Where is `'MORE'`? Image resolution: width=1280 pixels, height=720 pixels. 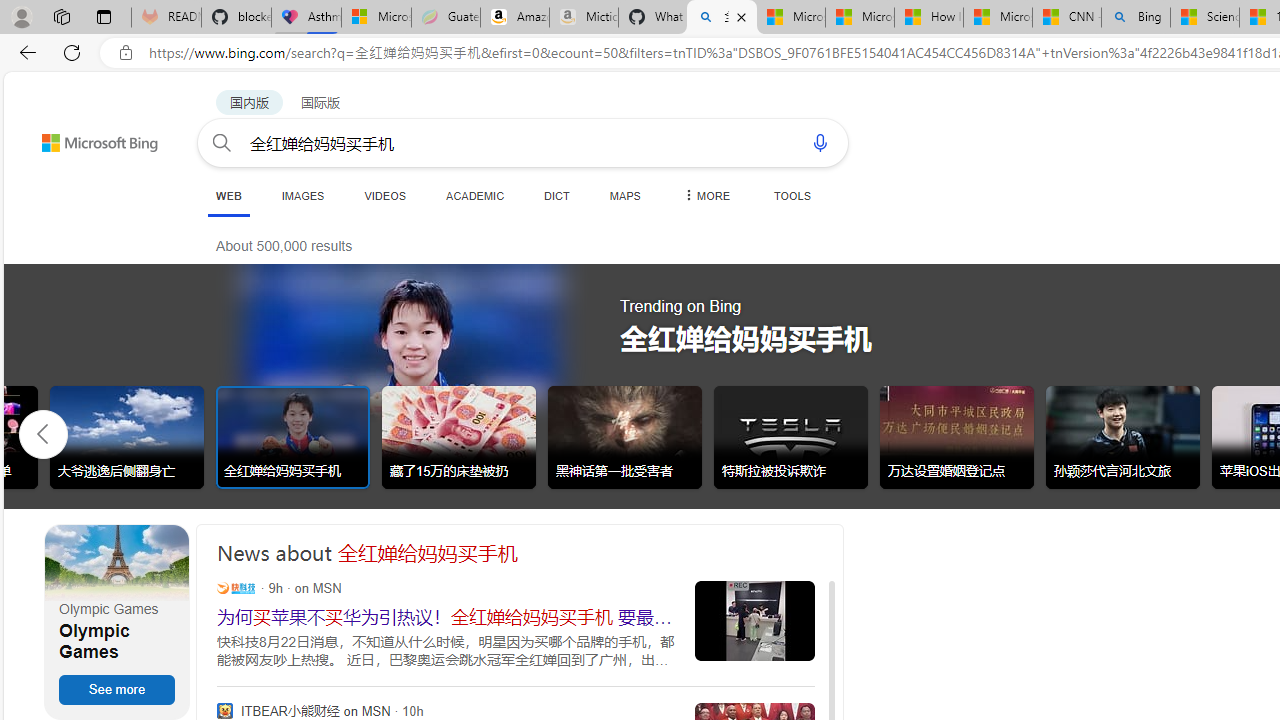 'MORE' is located at coordinates (705, 195).